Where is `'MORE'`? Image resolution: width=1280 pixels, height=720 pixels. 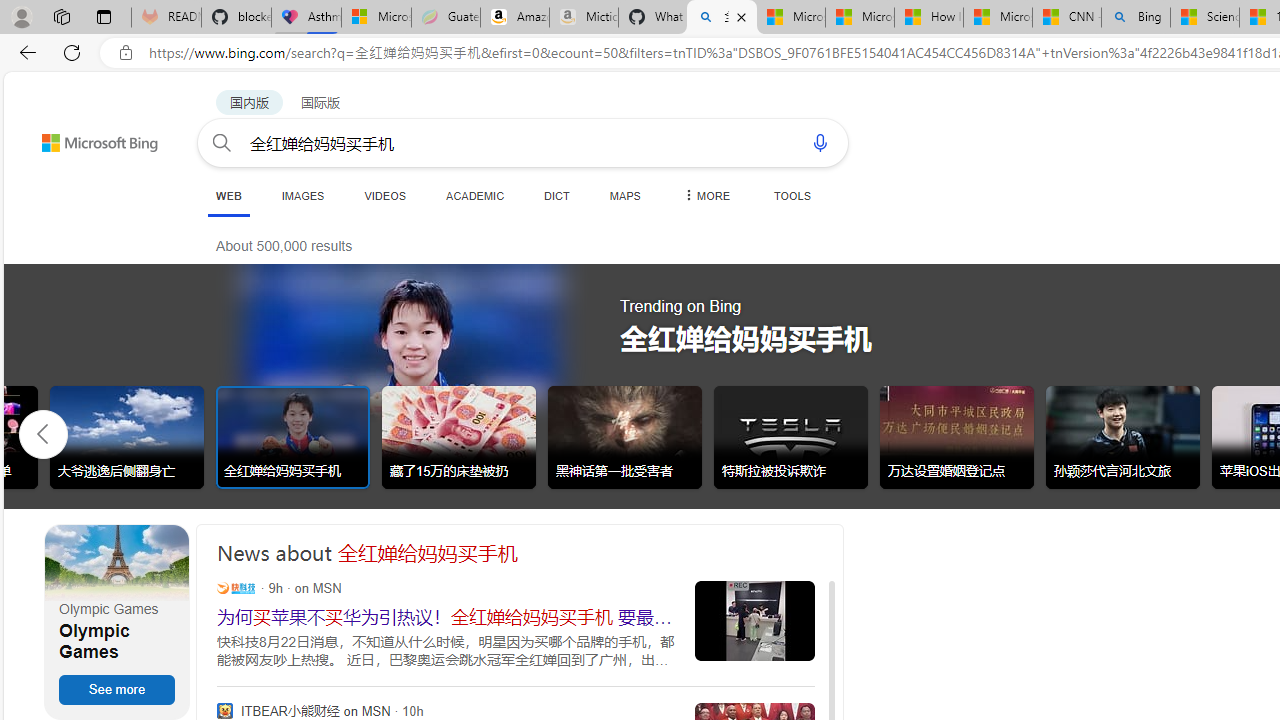 'MORE' is located at coordinates (705, 195).